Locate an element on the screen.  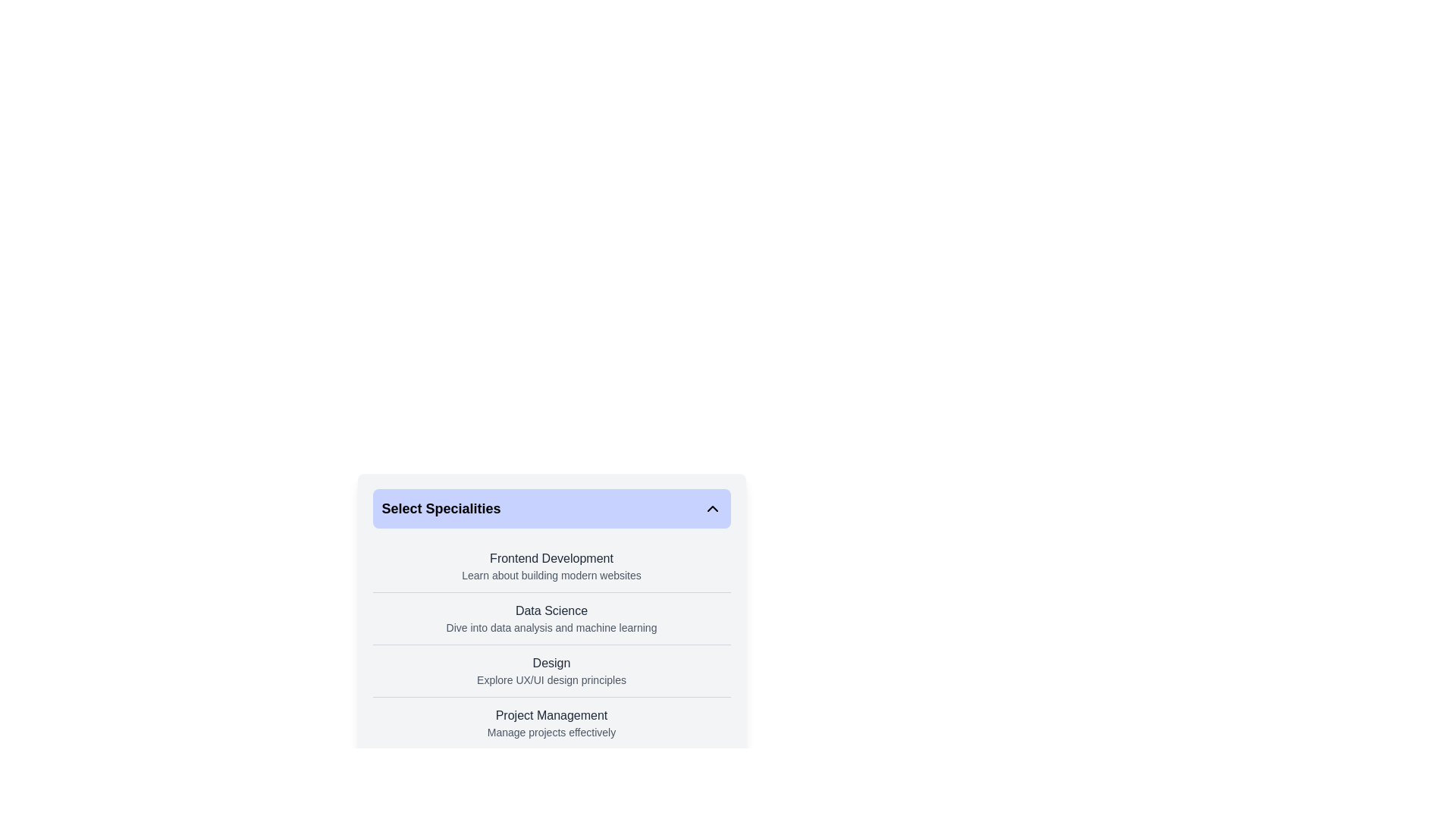
the 'Frontend Development' static text block in the 'Select Specialities' dropdown, which describes the topic as 'Learn about building modern websites.' is located at coordinates (551, 566).